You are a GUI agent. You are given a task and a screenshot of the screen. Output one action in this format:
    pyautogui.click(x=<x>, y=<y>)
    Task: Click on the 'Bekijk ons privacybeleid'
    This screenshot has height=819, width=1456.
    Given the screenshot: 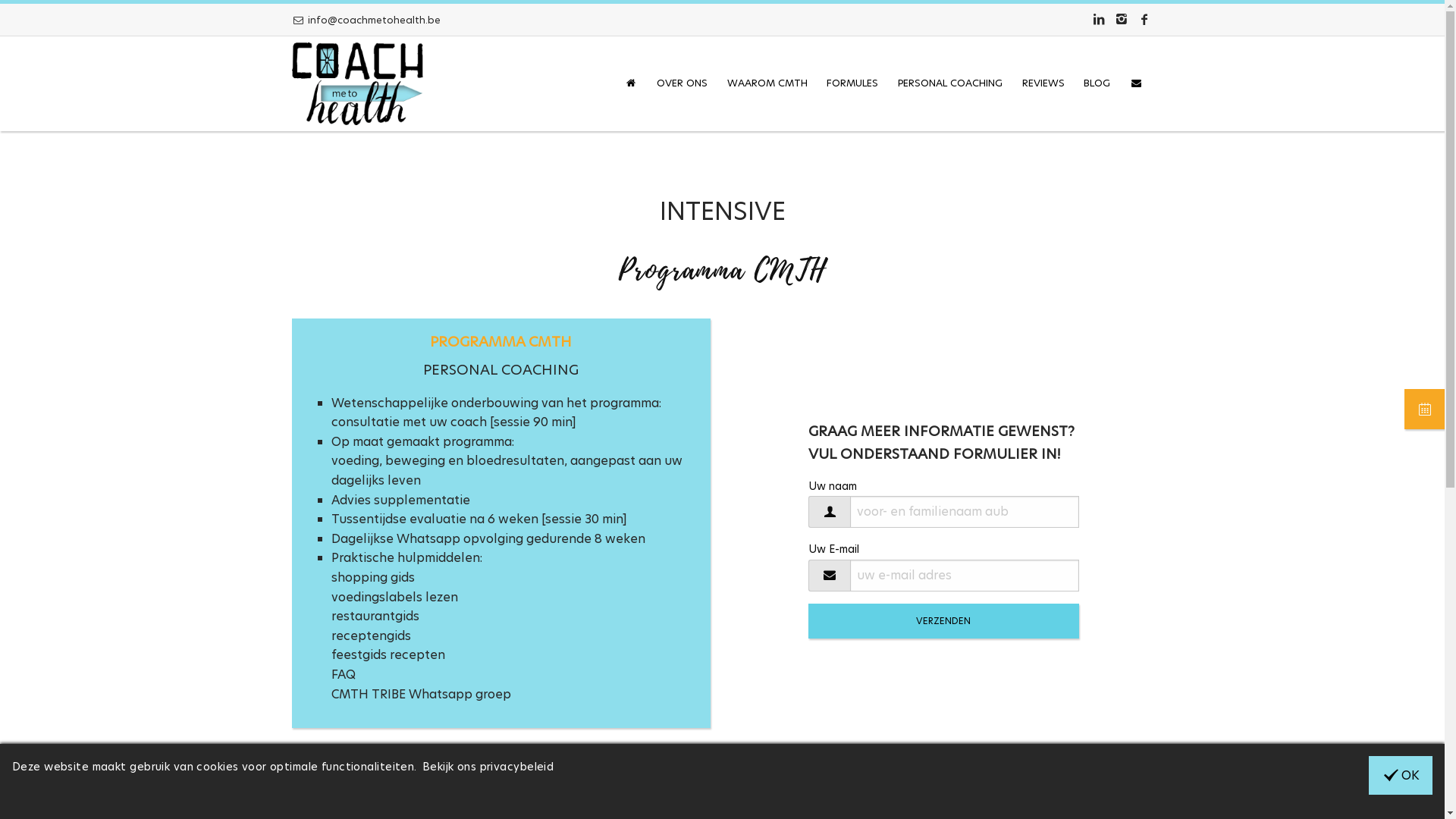 What is the action you would take?
    pyautogui.click(x=488, y=766)
    